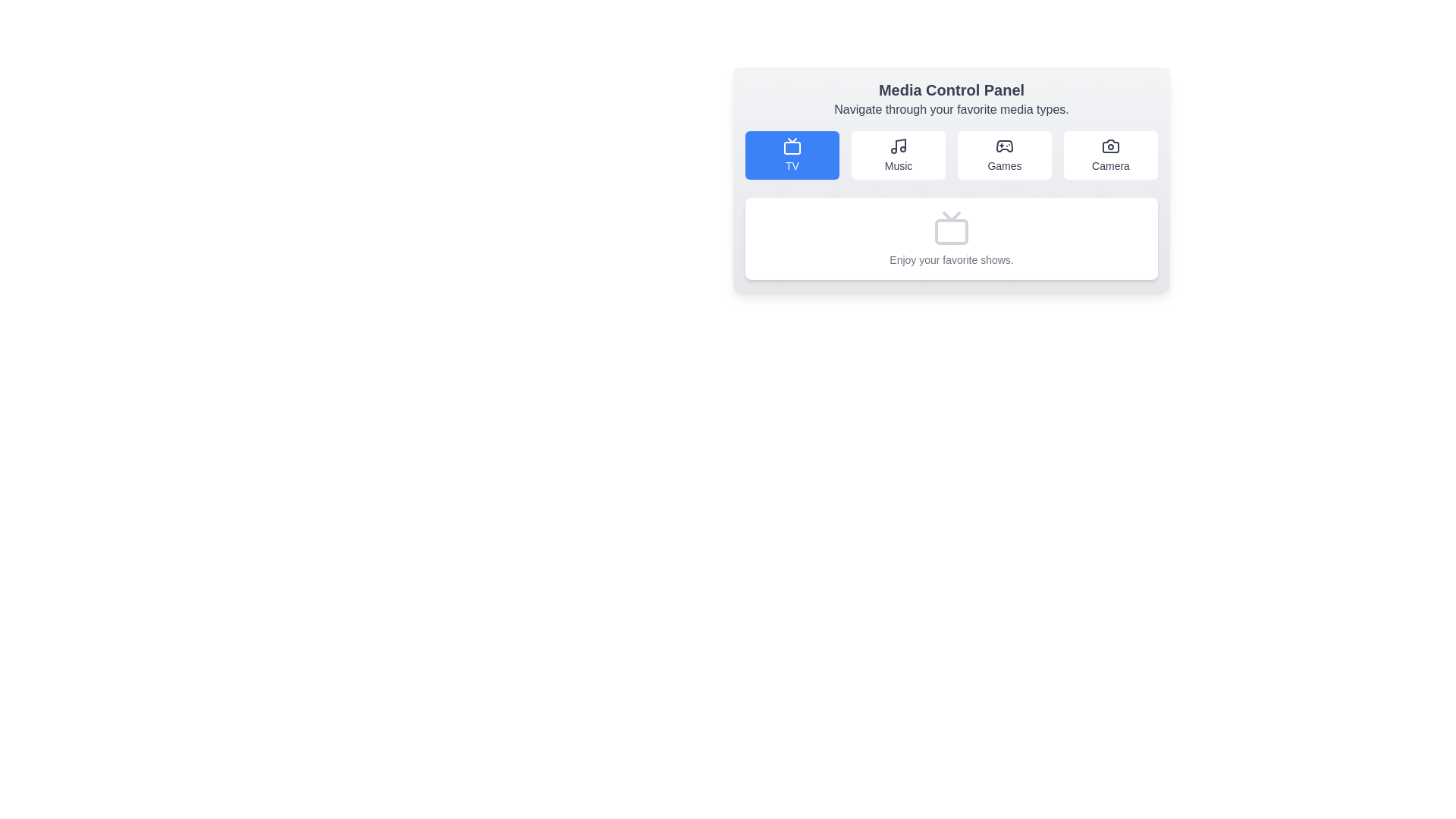 The image size is (1456, 819). Describe the element at coordinates (901, 145) in the screenshot. I see `the thin, geometric line rendering a segment of the musical note icon, which is centrally located within the 'Music' button that has a white rounded rectangle background` at that location.